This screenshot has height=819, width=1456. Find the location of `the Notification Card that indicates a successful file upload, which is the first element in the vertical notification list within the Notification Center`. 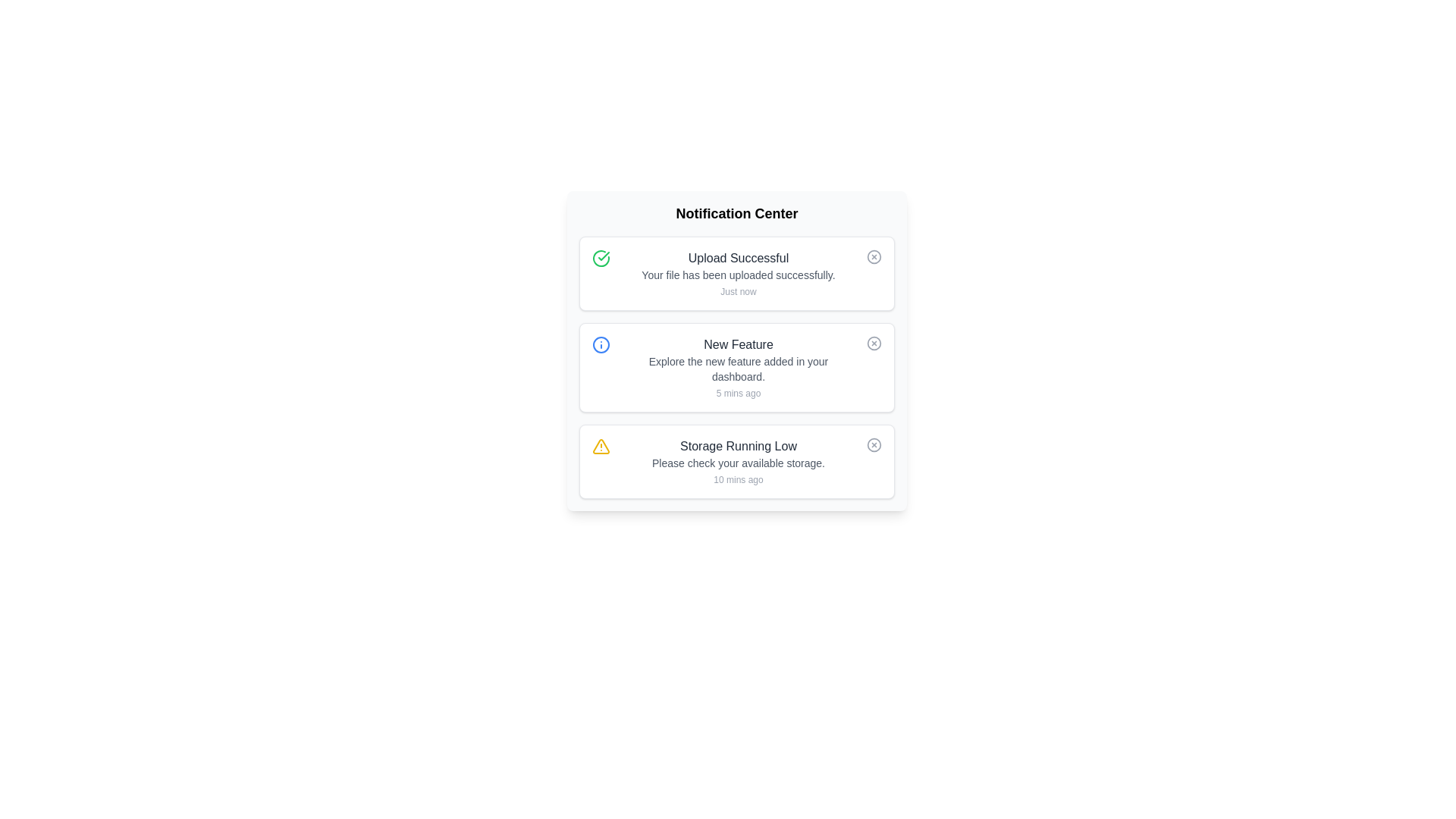

the Notification Card that indicates a successful file upload, which is the first element in the vertical notification list within the Notification Center is located at coordinates (739, 274).